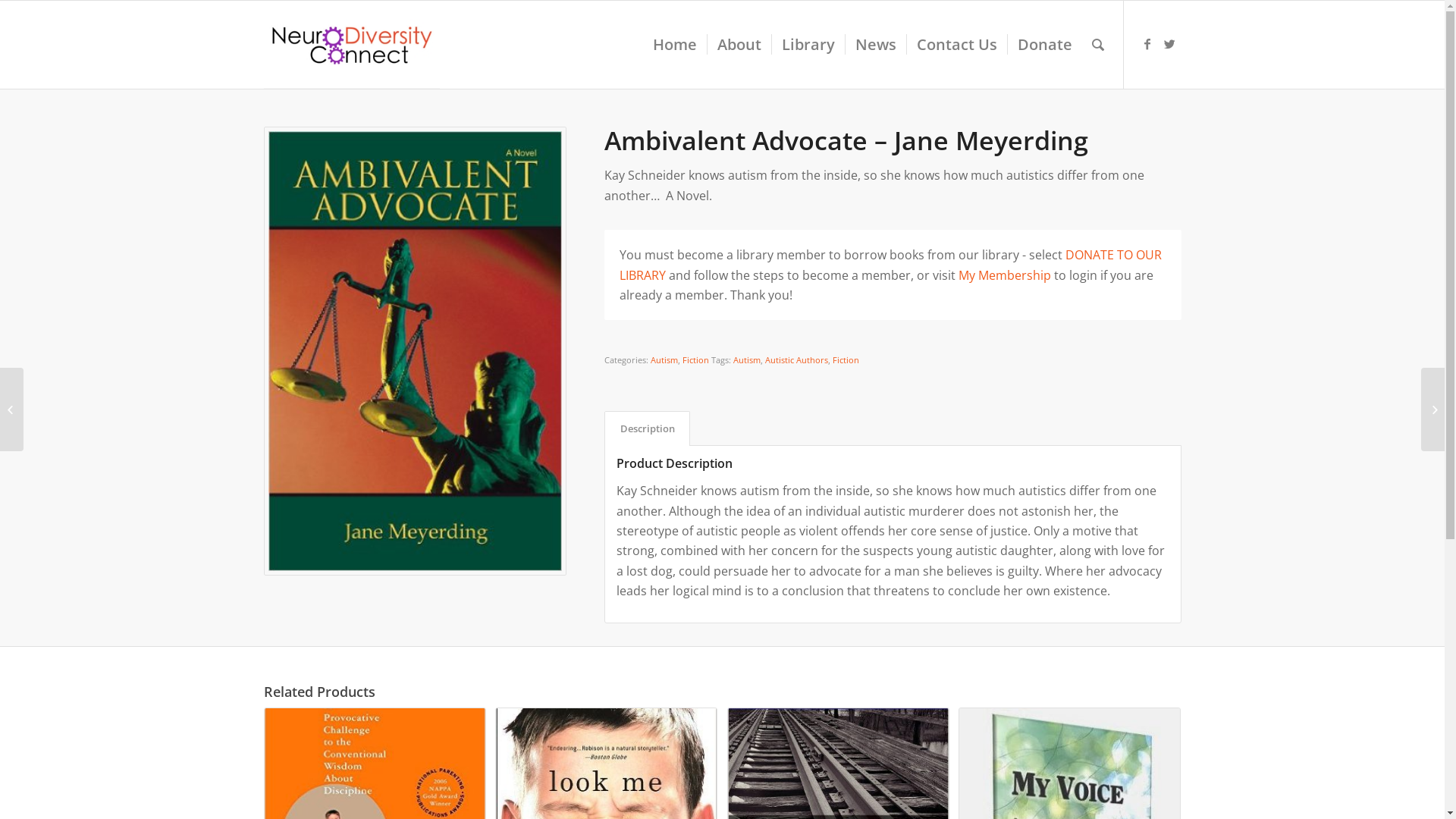  I want to click on 'Autism', so click(664, 359).